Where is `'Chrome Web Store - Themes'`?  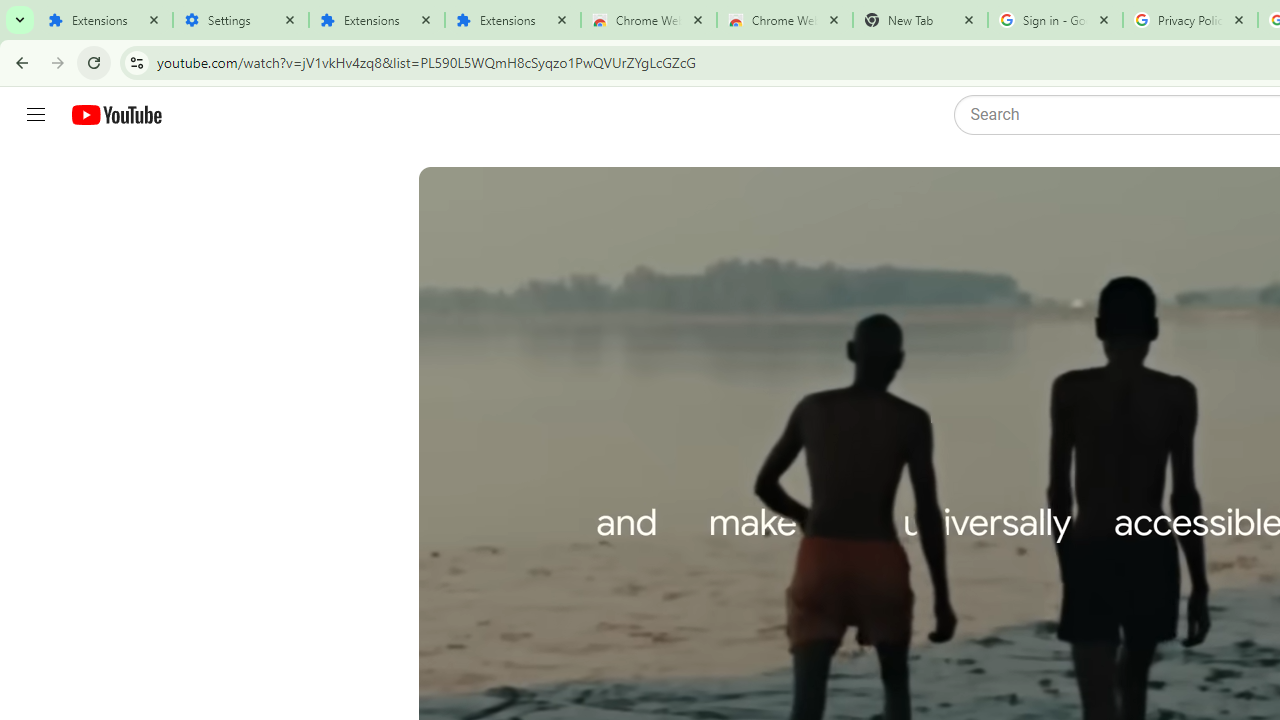
'Chrome Web Store - Themes' is located at coordinates (783, 20).